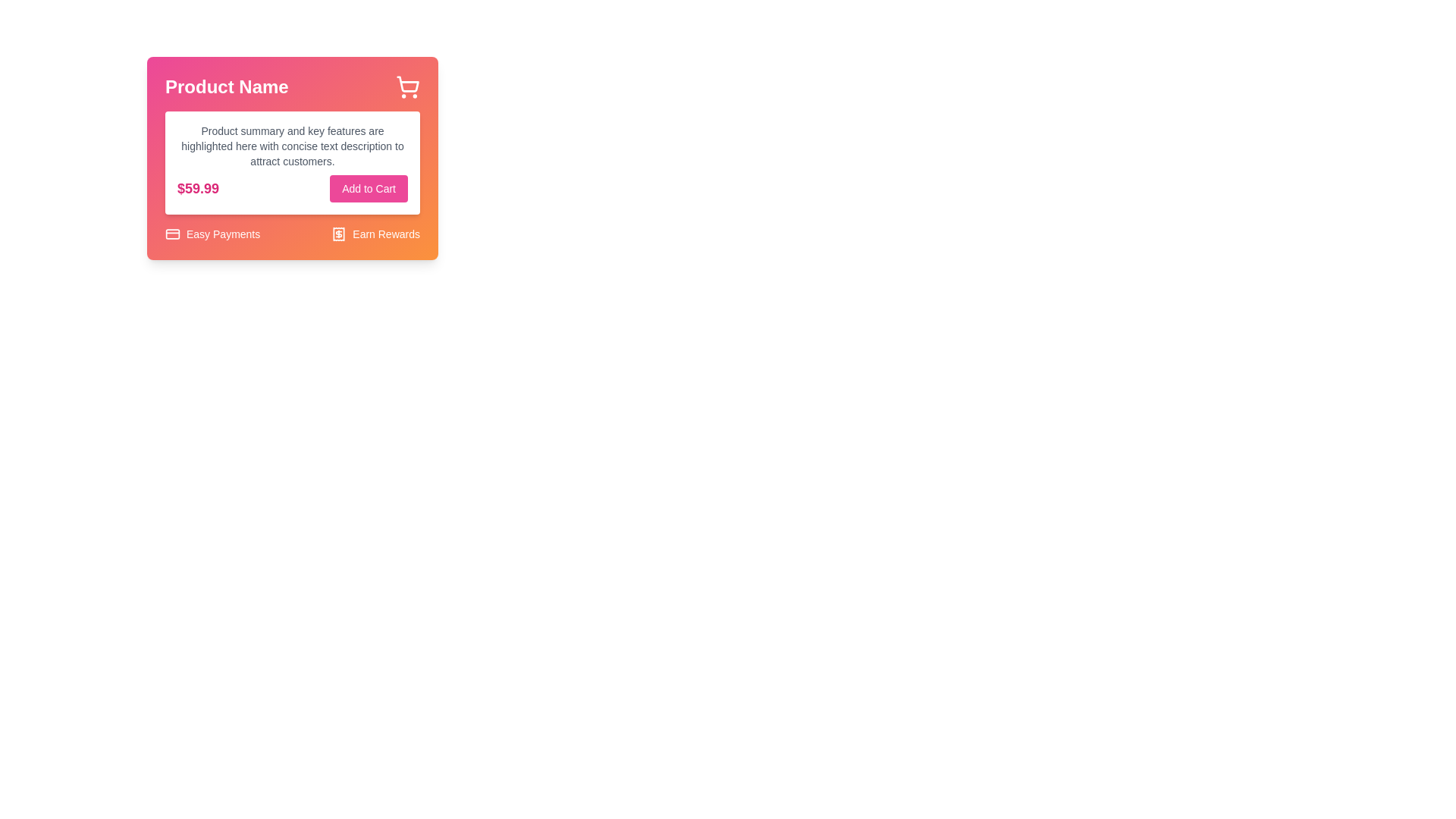 The height and width of the screenshot is (819, 1456). I want to click on the 'Earn Rewards' SVG icon located at the bottom right of the product card interface, which visually represents the earning rewards functionality, so click(338, 234).